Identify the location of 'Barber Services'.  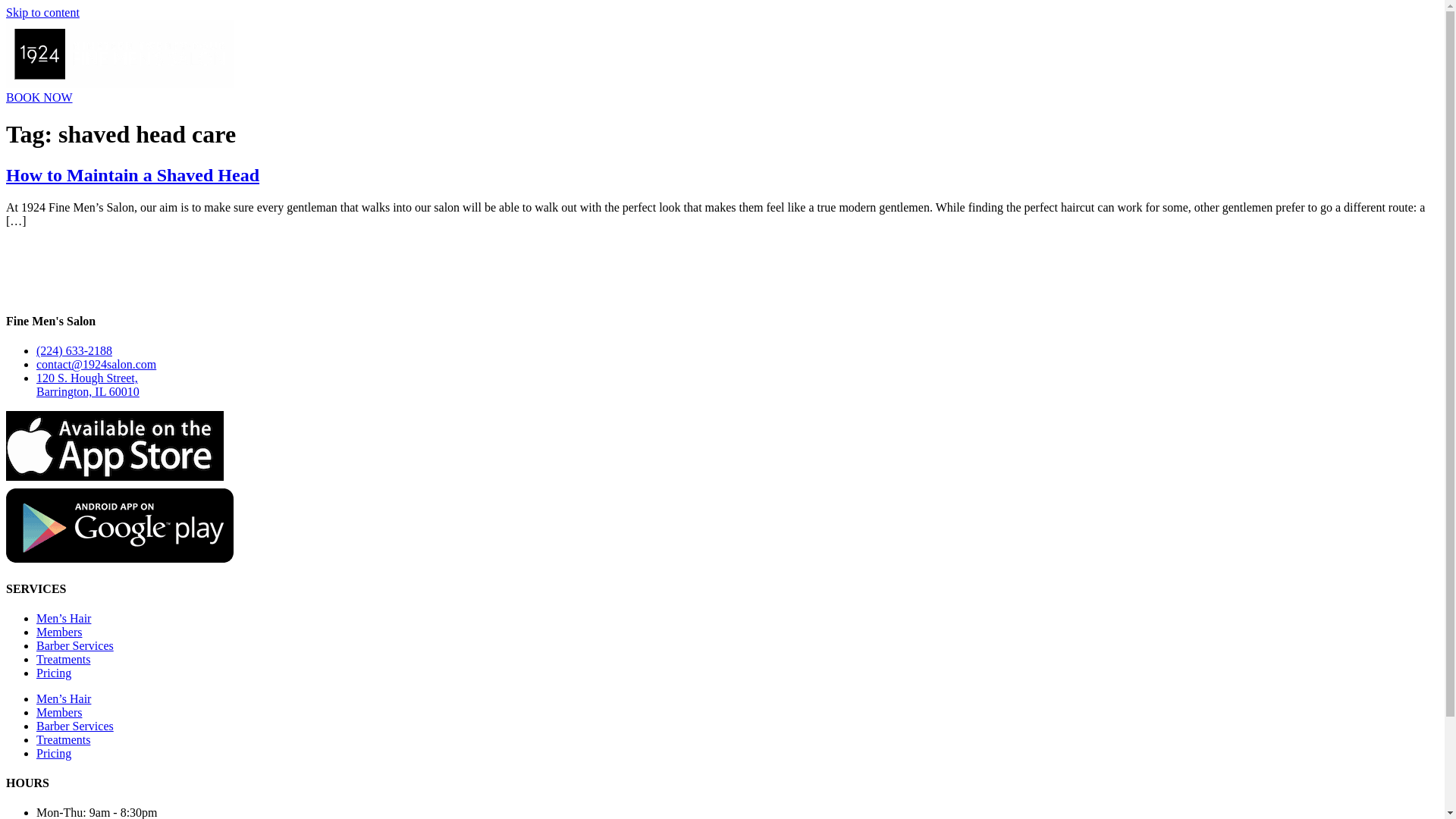
(74, 645).